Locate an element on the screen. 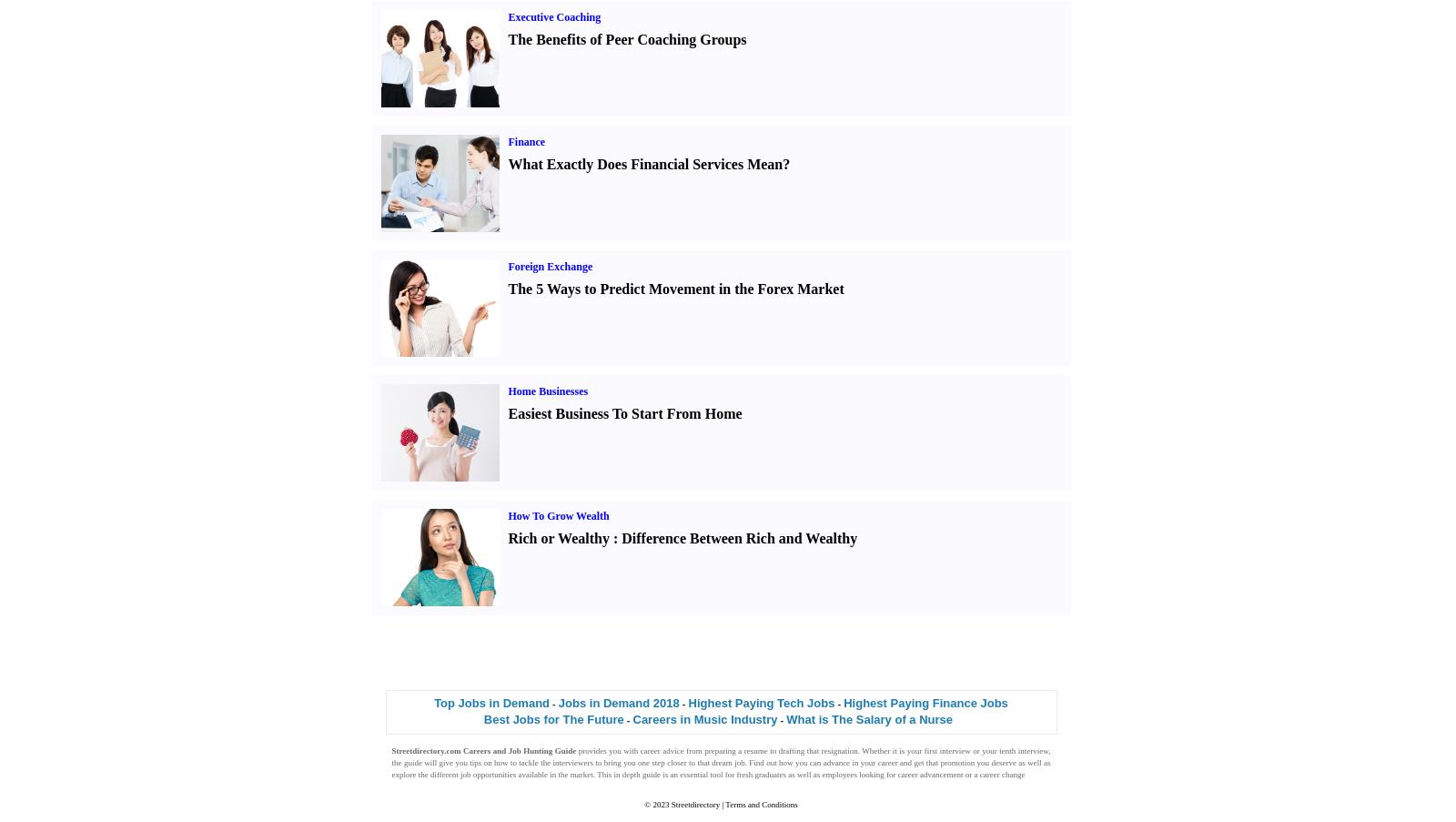 Image resolution: width=1456 pixels, height=822 pixels. '|' is located at coordinates (722, 805).